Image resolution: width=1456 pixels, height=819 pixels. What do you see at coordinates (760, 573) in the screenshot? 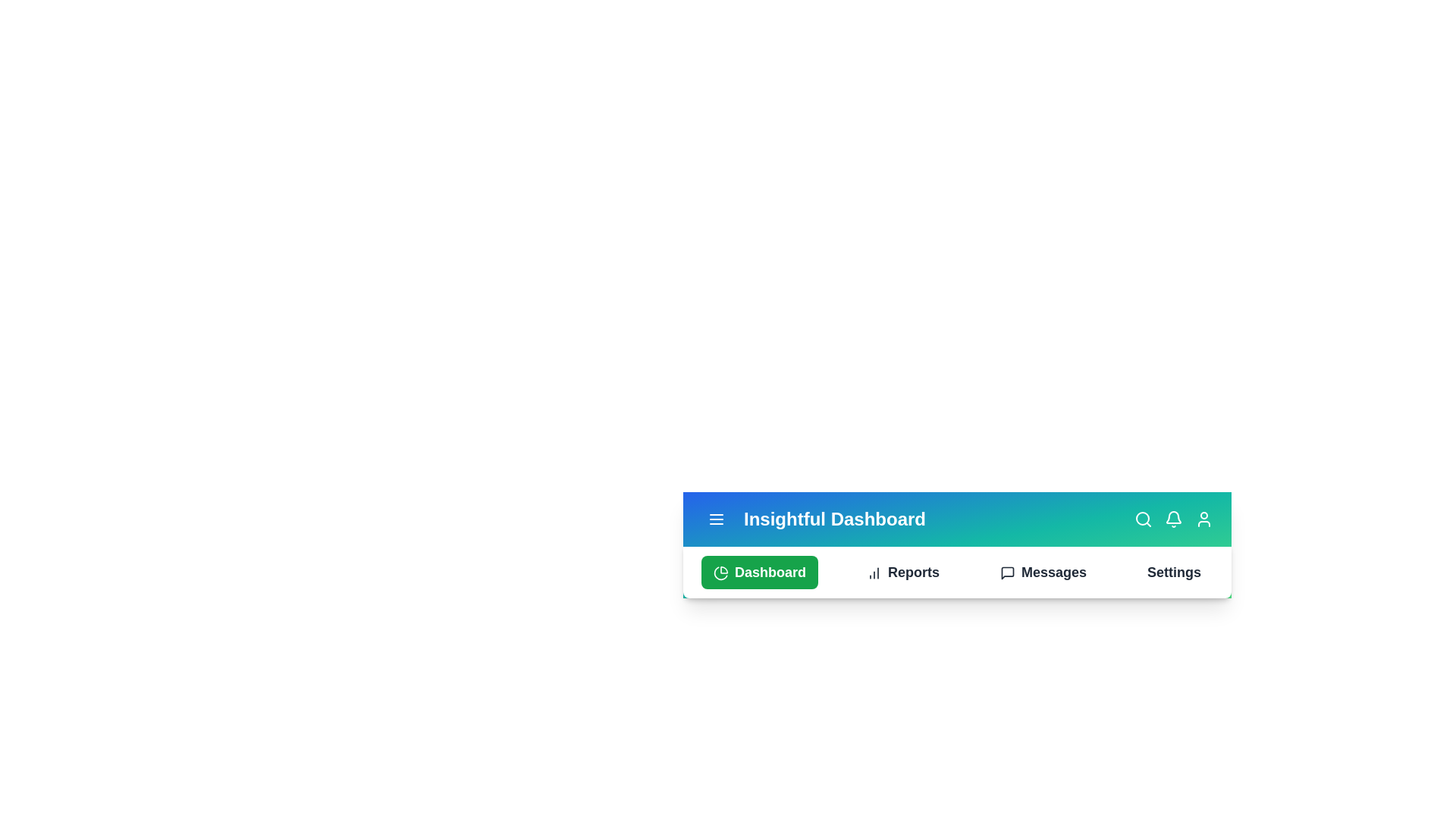
I see `the navigation option Dashboard` at bounding box center [760, 573].